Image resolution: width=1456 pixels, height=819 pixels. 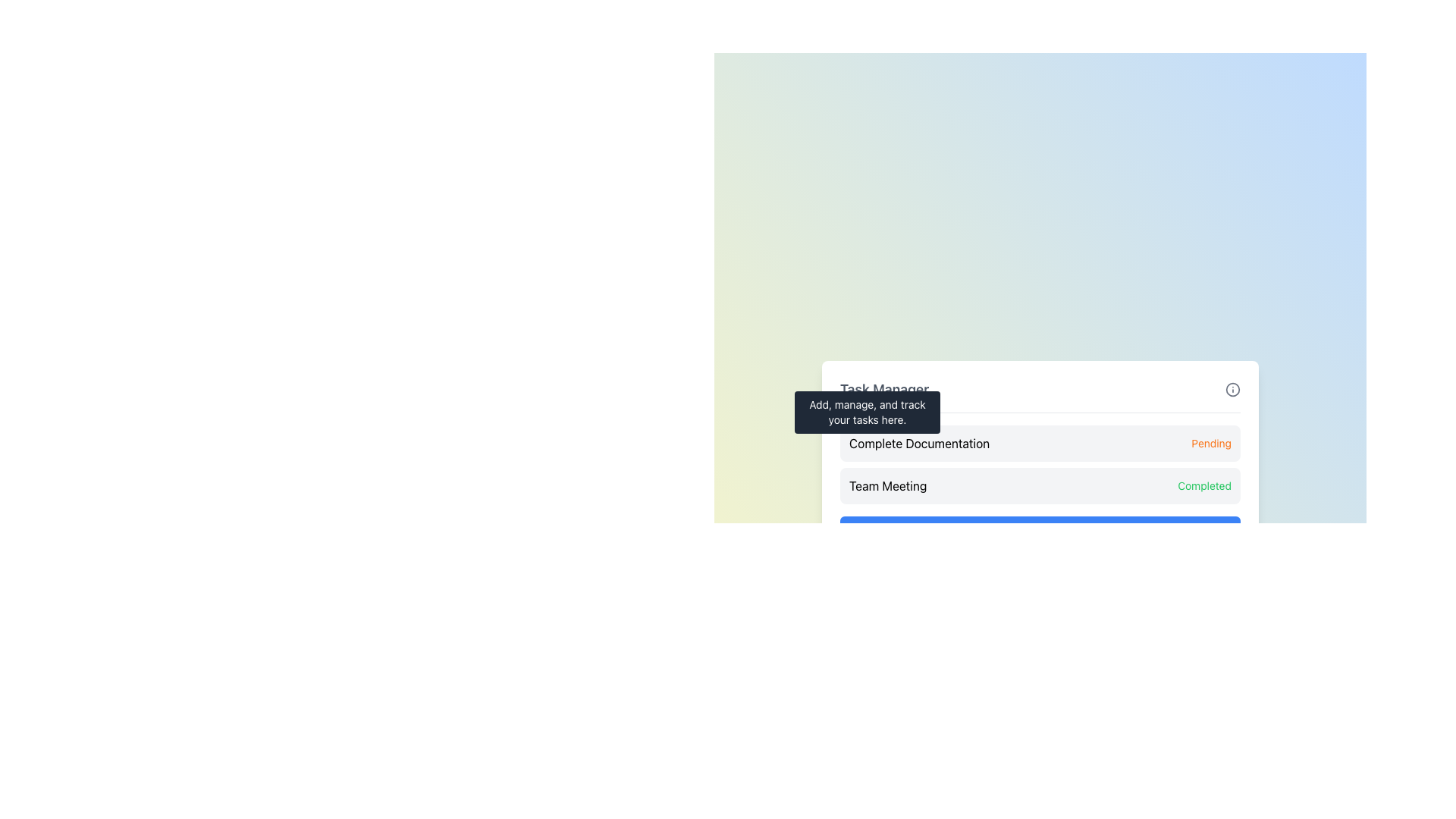 What do you see at coordinates (1233, 388) in the screenshot?
I see `the small circular information icon located in the top-right corner of the 'Task Manager' panel` at bounding box center [1233, 388].